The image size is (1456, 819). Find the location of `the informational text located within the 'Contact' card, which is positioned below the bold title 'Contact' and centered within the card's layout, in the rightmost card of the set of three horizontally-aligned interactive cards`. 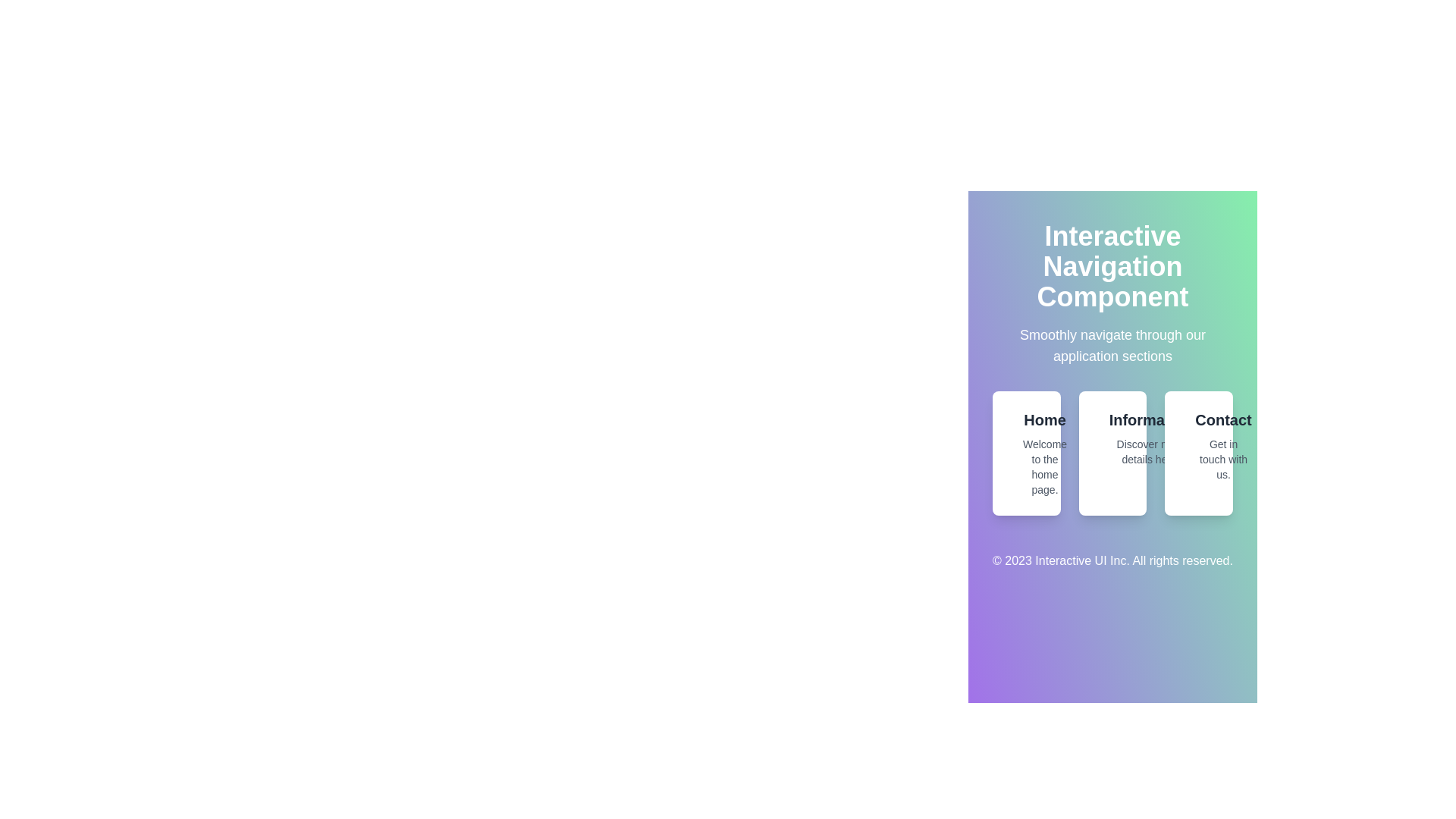

the informational text located within the 'Contact' card, which is positioned below the bold title 'Contact' and centered within the card's layout, in the rightmost card of the set of three horizontally-aligned interactive cards is located at coordinates (1223, 458).